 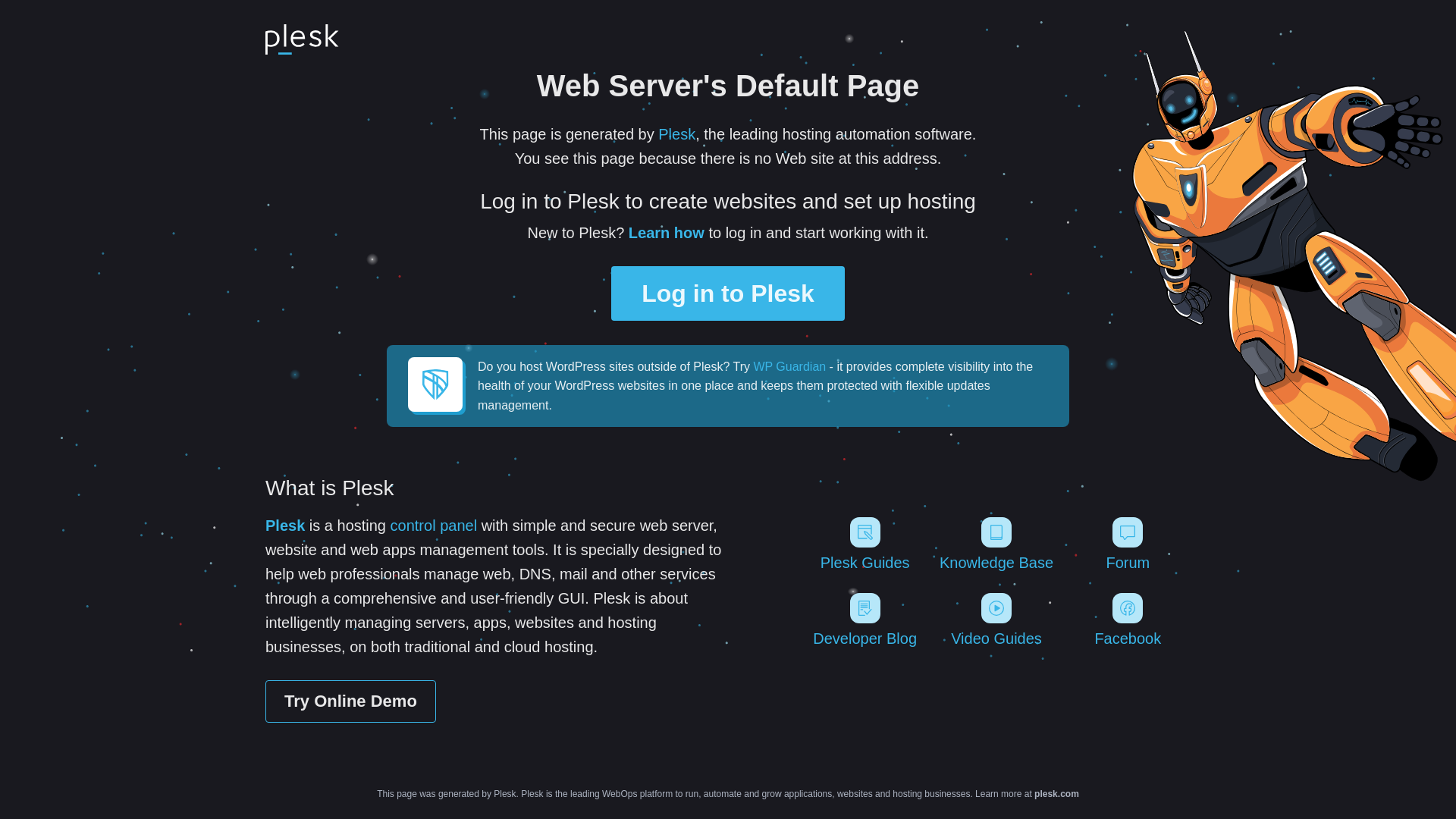 What do you see at coordinates (1128, 543) in the screenshot?
I see `'Forum'` at bounding box center [1128, 543].